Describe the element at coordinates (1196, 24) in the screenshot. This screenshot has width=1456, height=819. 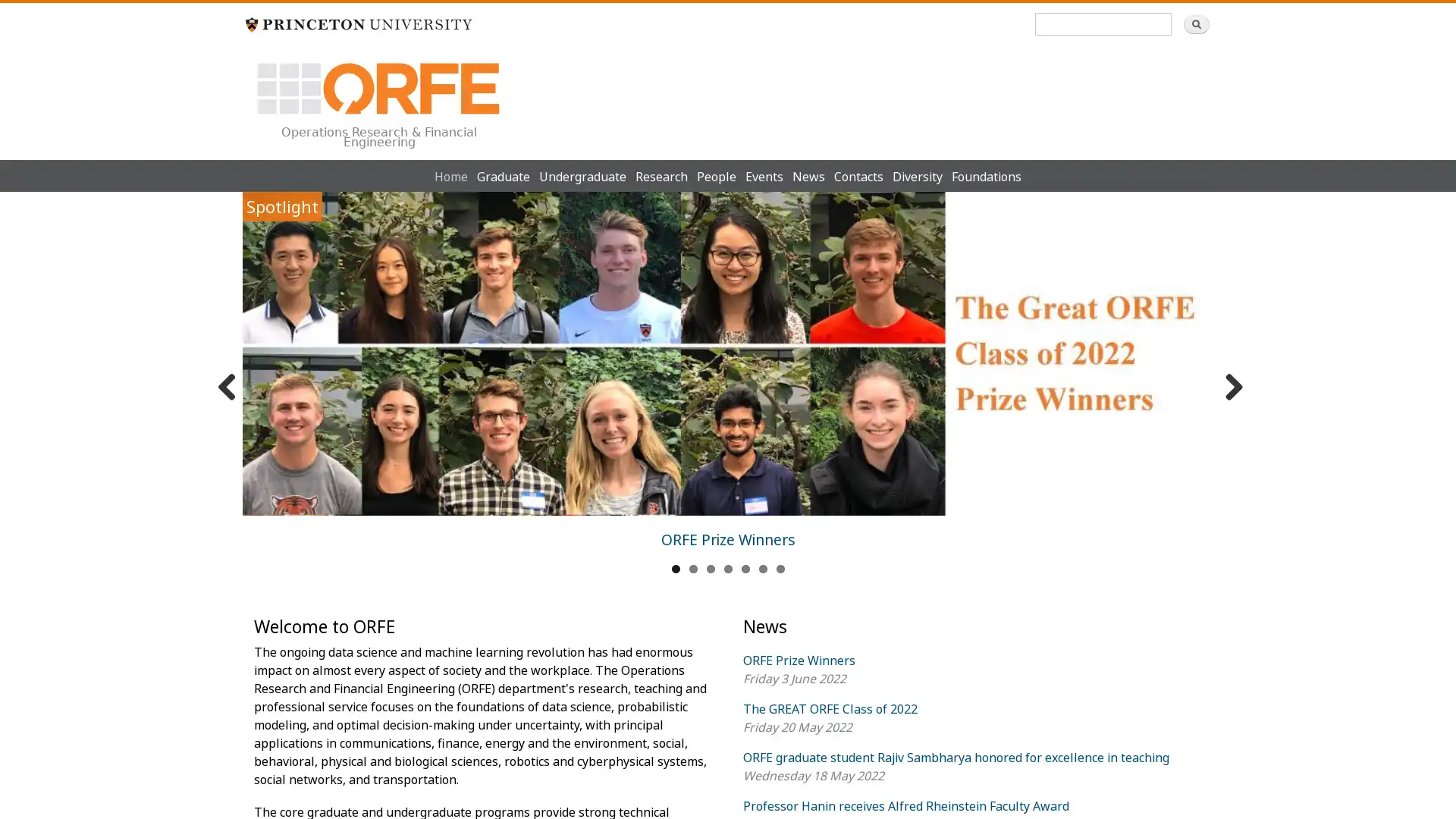
I see `Search` at that location.